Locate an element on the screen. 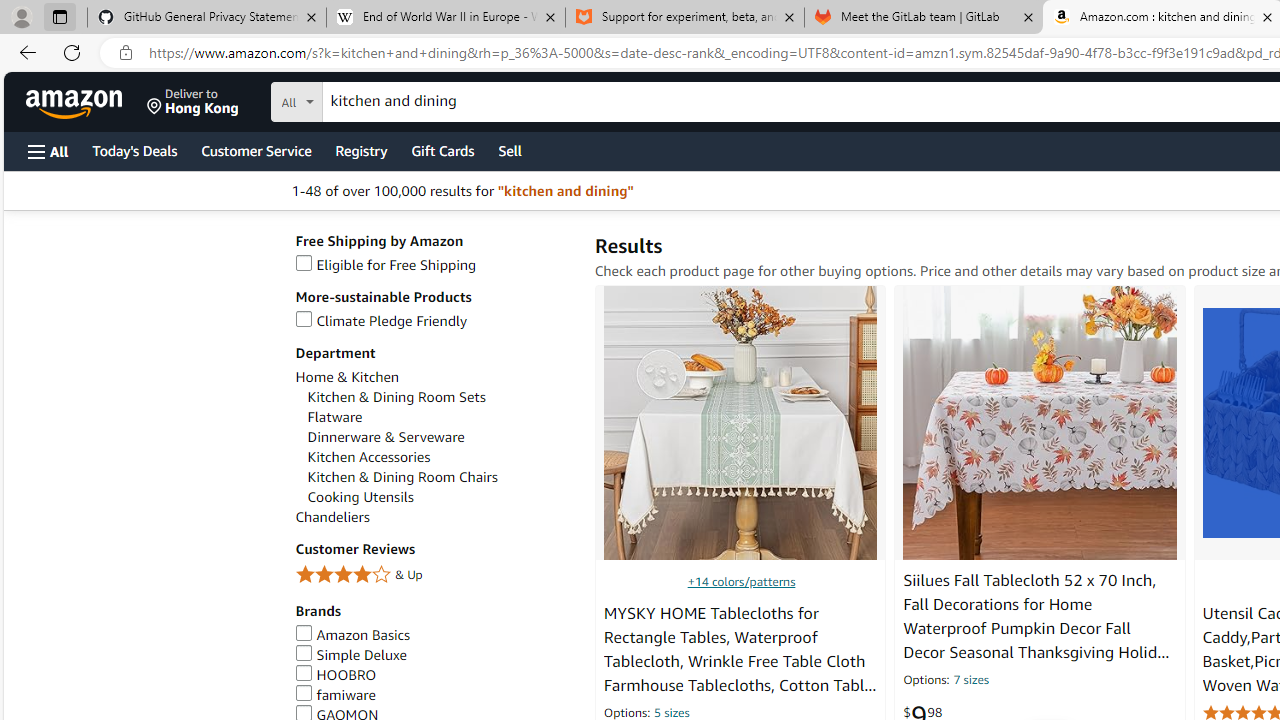  'Cooking Utensils' is located at coordinates (360, 496).